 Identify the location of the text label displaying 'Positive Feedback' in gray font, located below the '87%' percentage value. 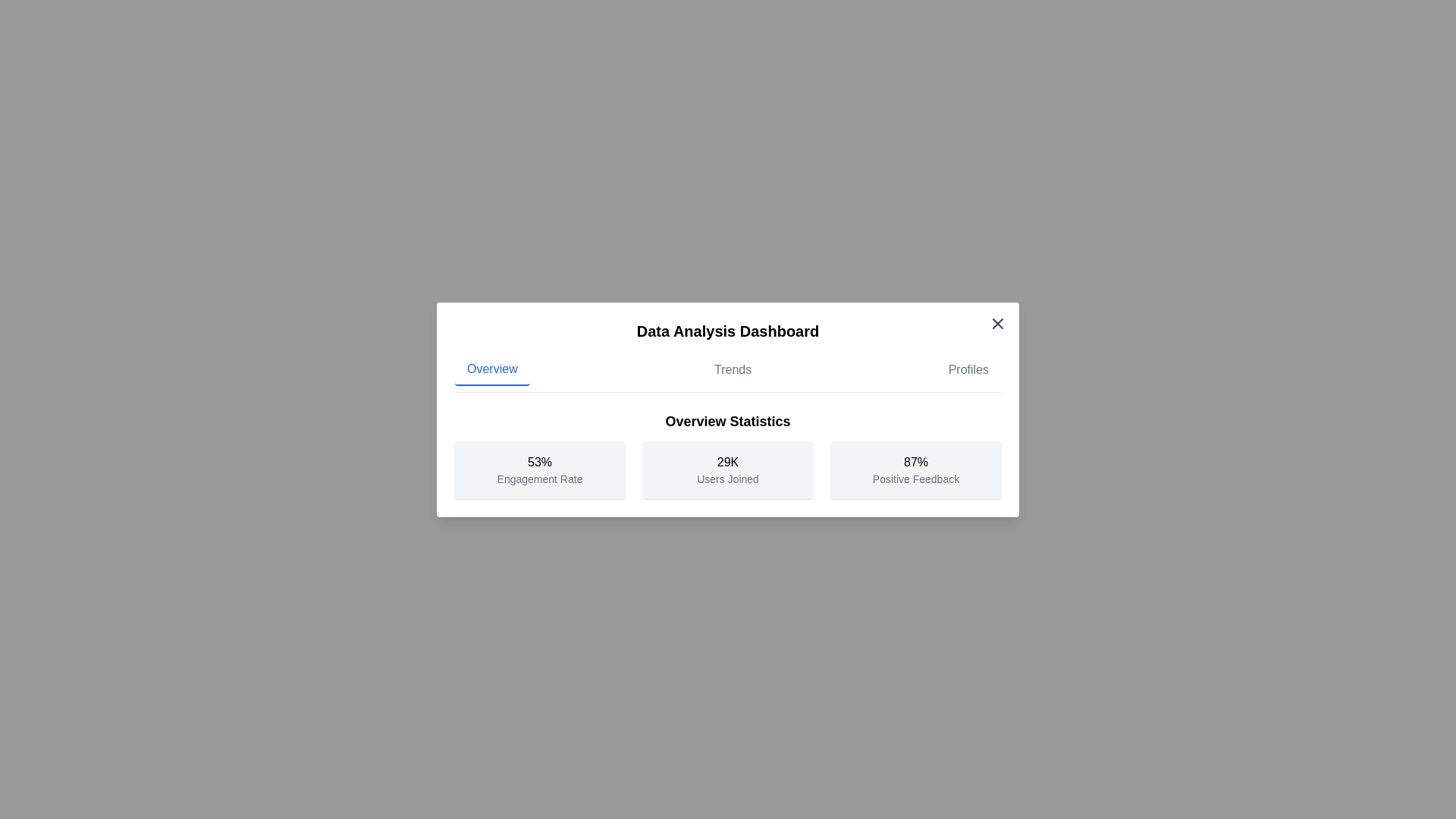
(915, 479).